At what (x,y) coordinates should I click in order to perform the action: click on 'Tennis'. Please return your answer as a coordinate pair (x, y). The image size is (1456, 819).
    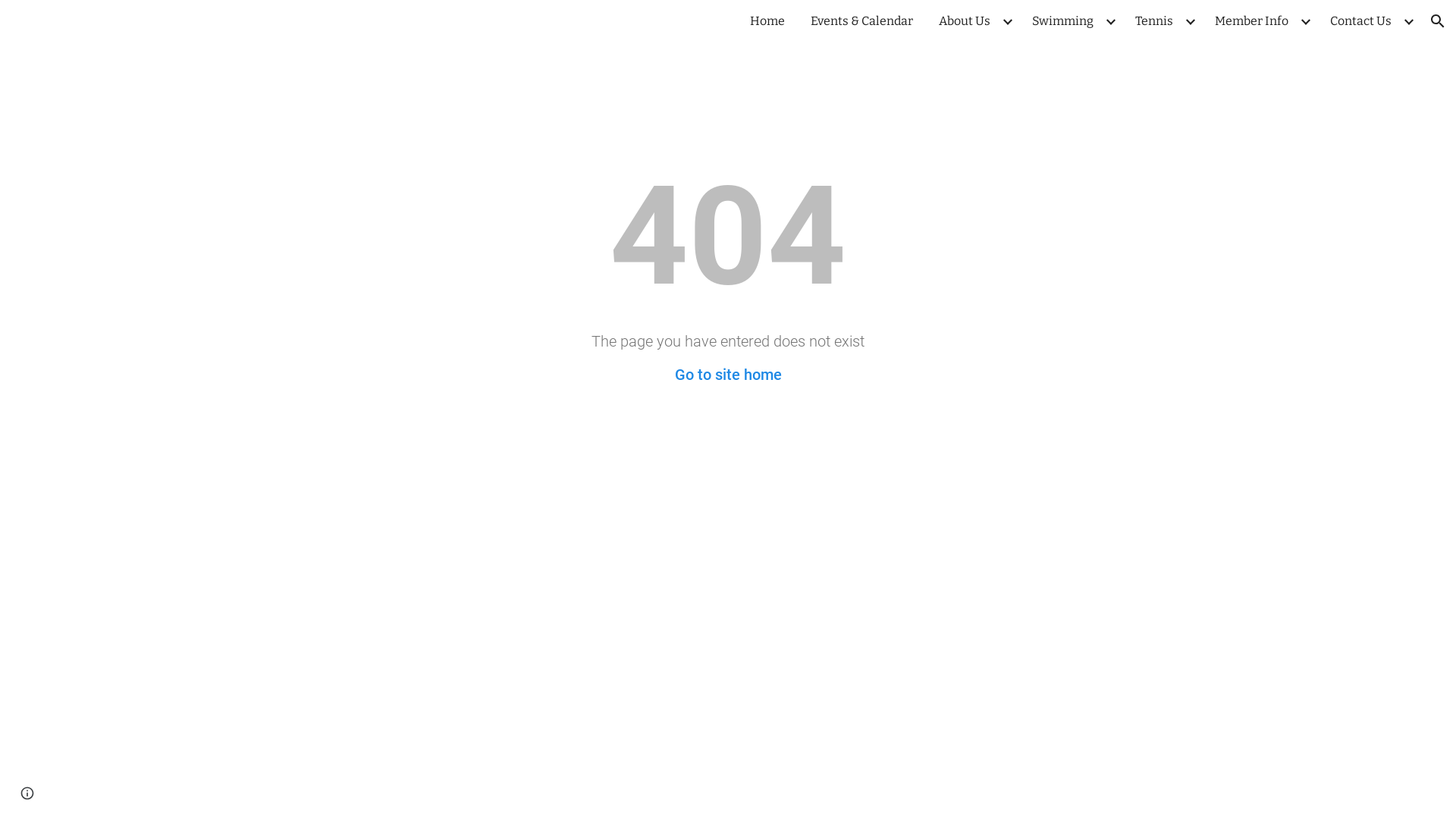
    Looking at the image, I should click on (1153, 20).